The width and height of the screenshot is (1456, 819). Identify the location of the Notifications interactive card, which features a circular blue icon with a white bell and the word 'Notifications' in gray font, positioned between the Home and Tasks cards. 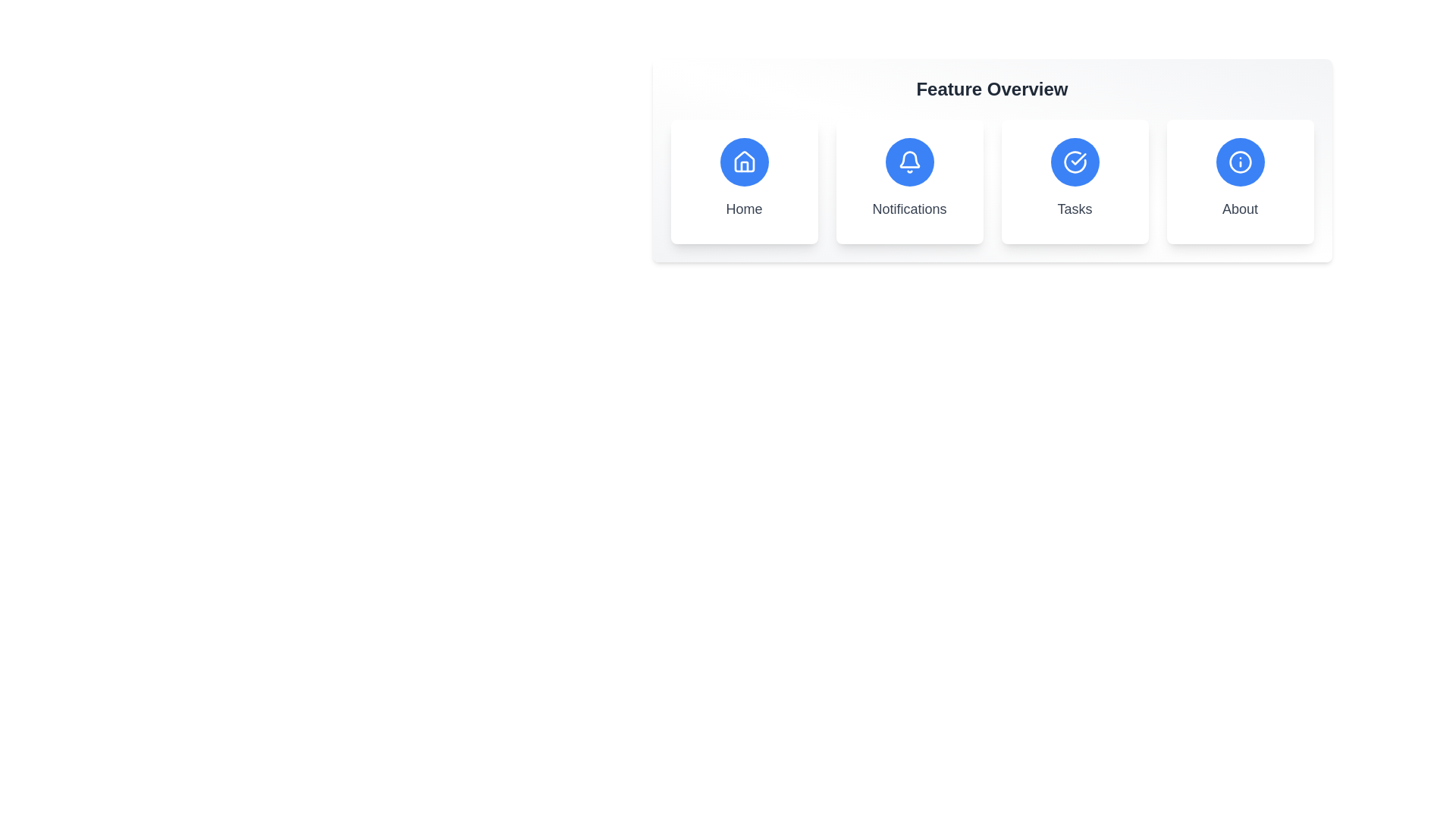
(909, 180).